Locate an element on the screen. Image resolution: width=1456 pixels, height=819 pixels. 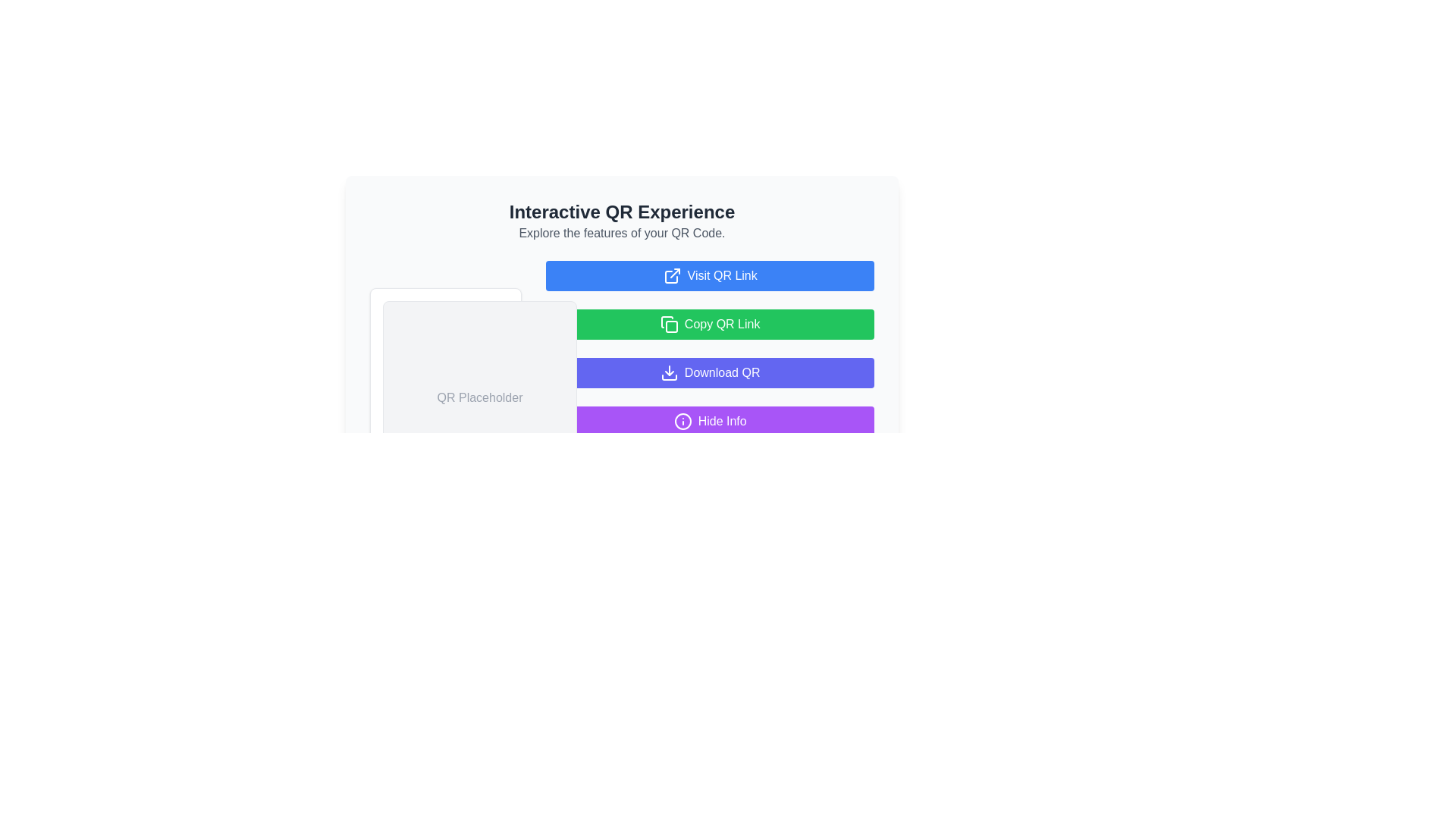
the 'Download QR Code' button is located at coordinates (709, 373).